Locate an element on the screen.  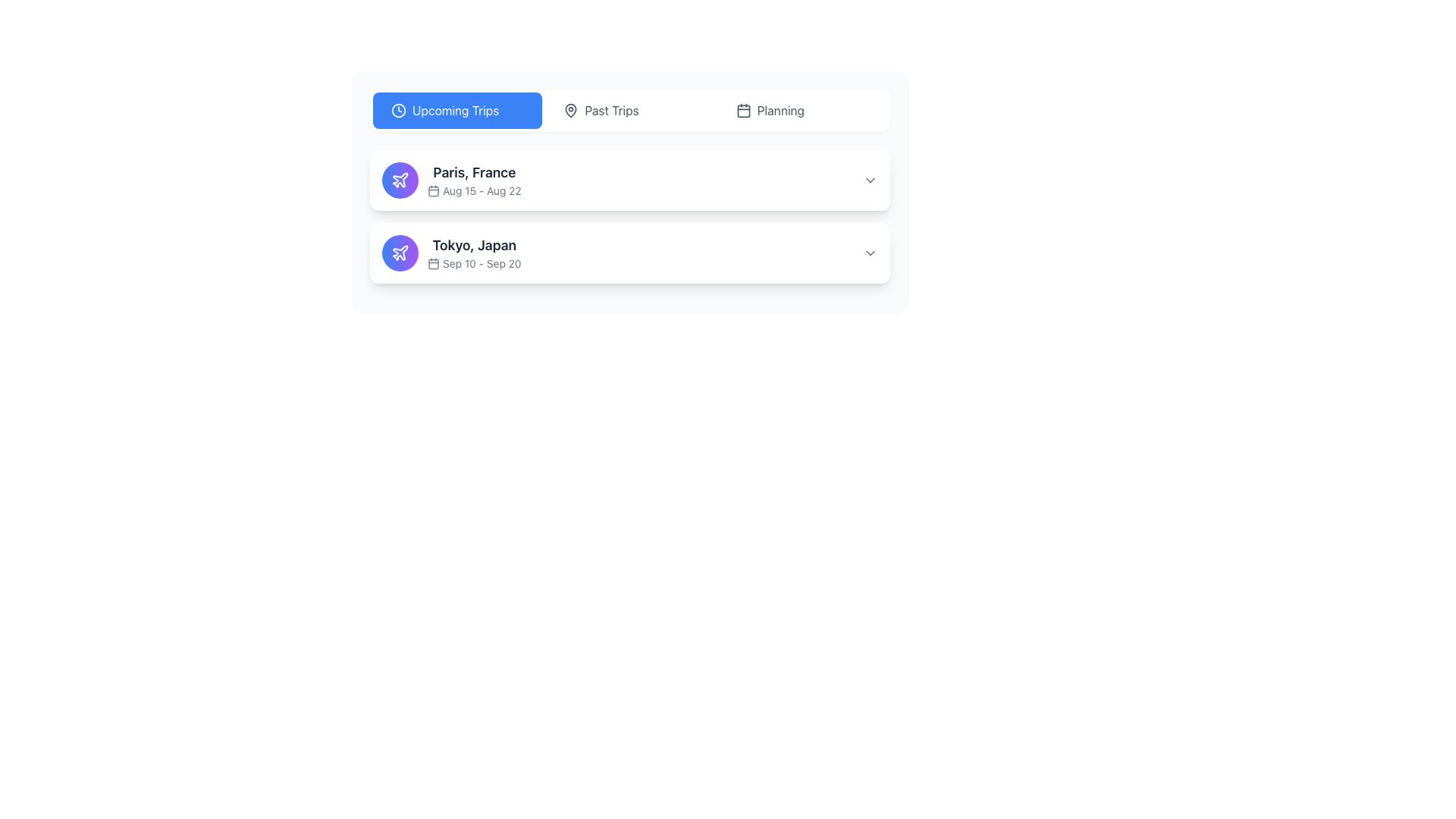
name of the destination displayed in the second item of the vertical list of trip destinations, located above the date text 'Sep 10 - Sep 20' is located at coordinates (473, 245).